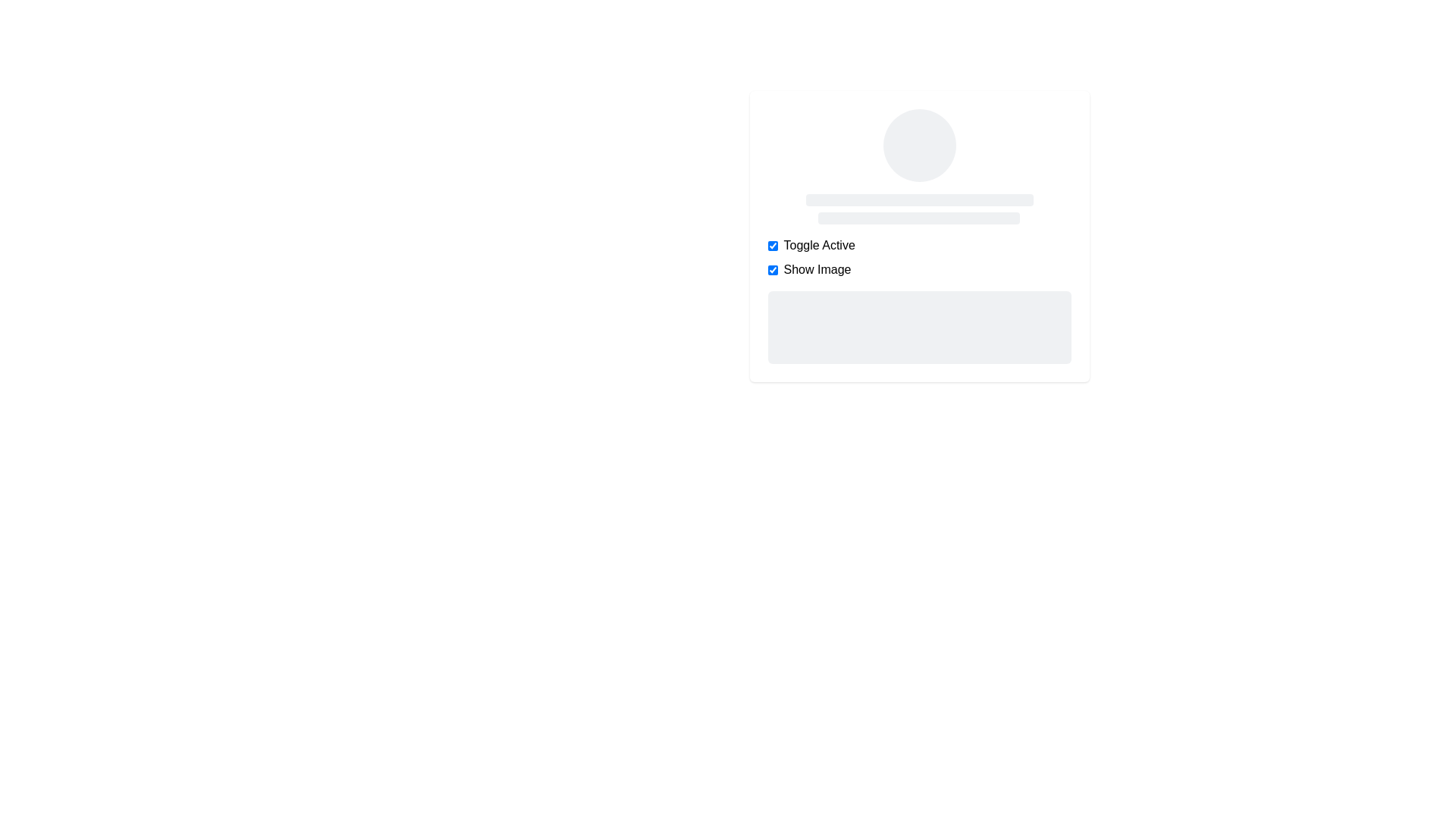 The width and height of the screenshot is (1456, 819). What do you see at coordinates (772, 268) in the screenshot?
I see `the small blue checkbox located to the left of the 'Show Image' label` at bounding box center [772, 268].